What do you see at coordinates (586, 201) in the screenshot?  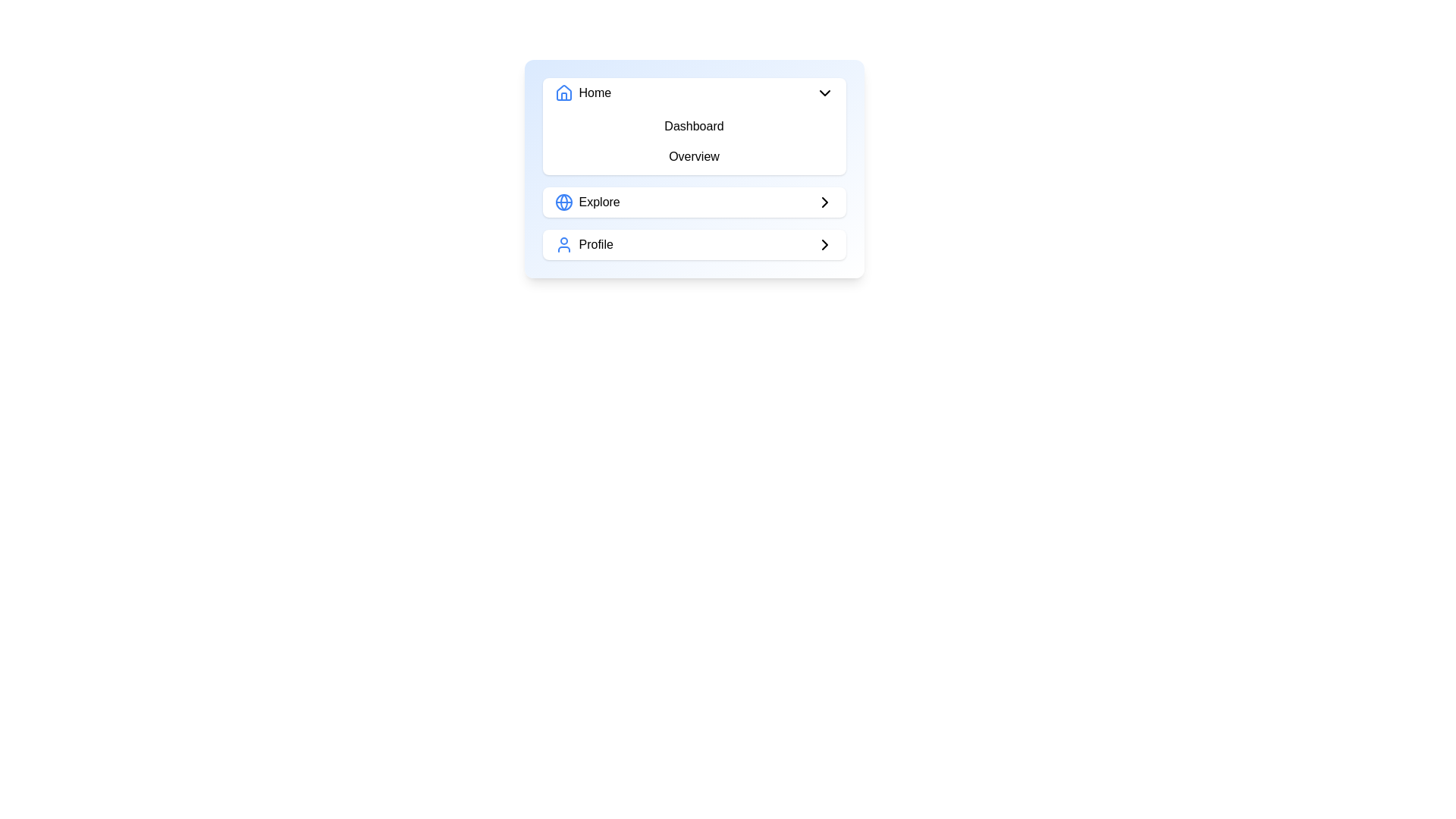 I see `the 'Explore' label with icon in the menu, which is the first sub-element below 'Home' and above 'Profile'` at bounding box center [586, 201].